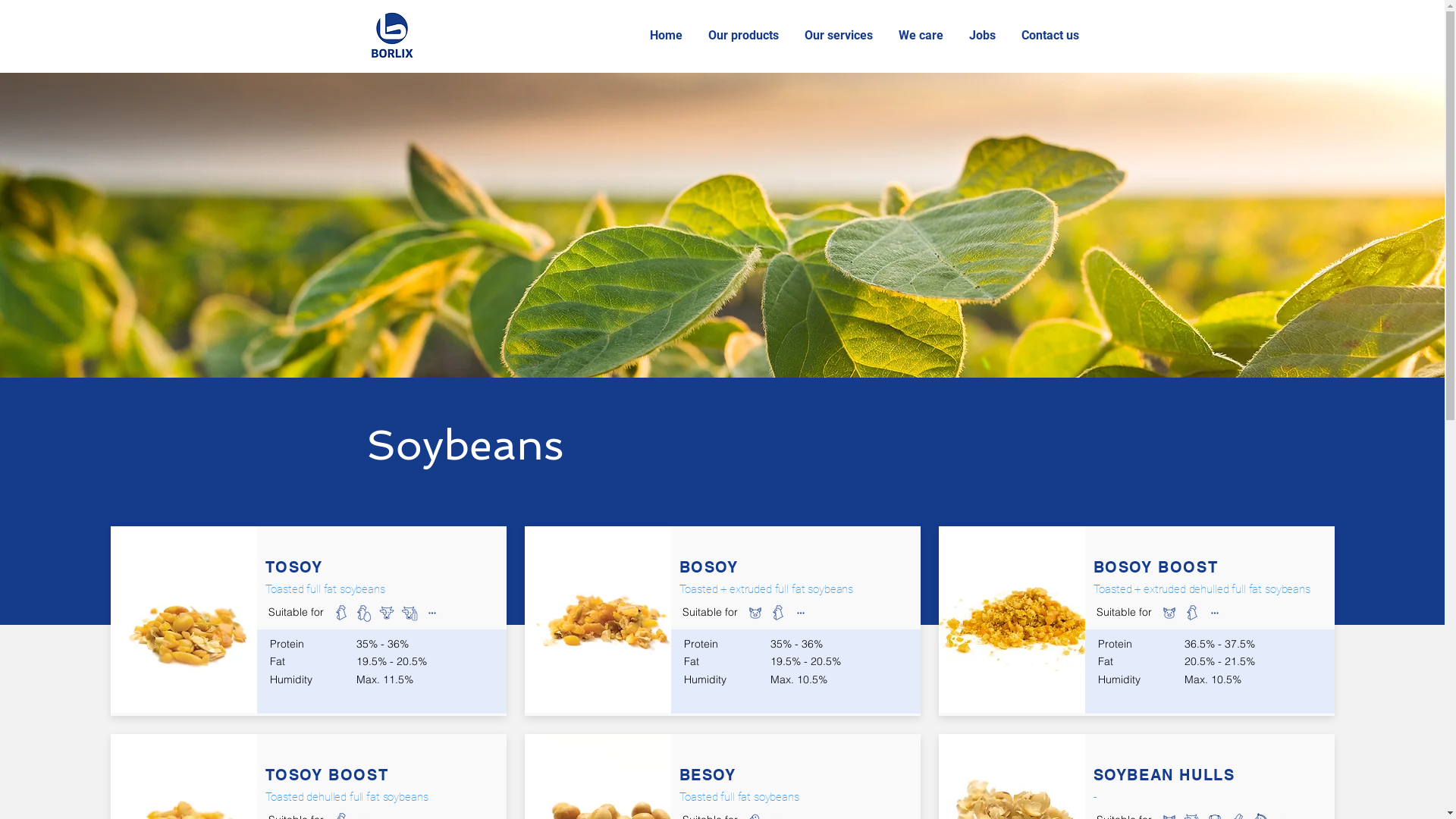 The height and width of the screenshot is (819, 1456). I want to click on 'Cattle', so click(799, 610).